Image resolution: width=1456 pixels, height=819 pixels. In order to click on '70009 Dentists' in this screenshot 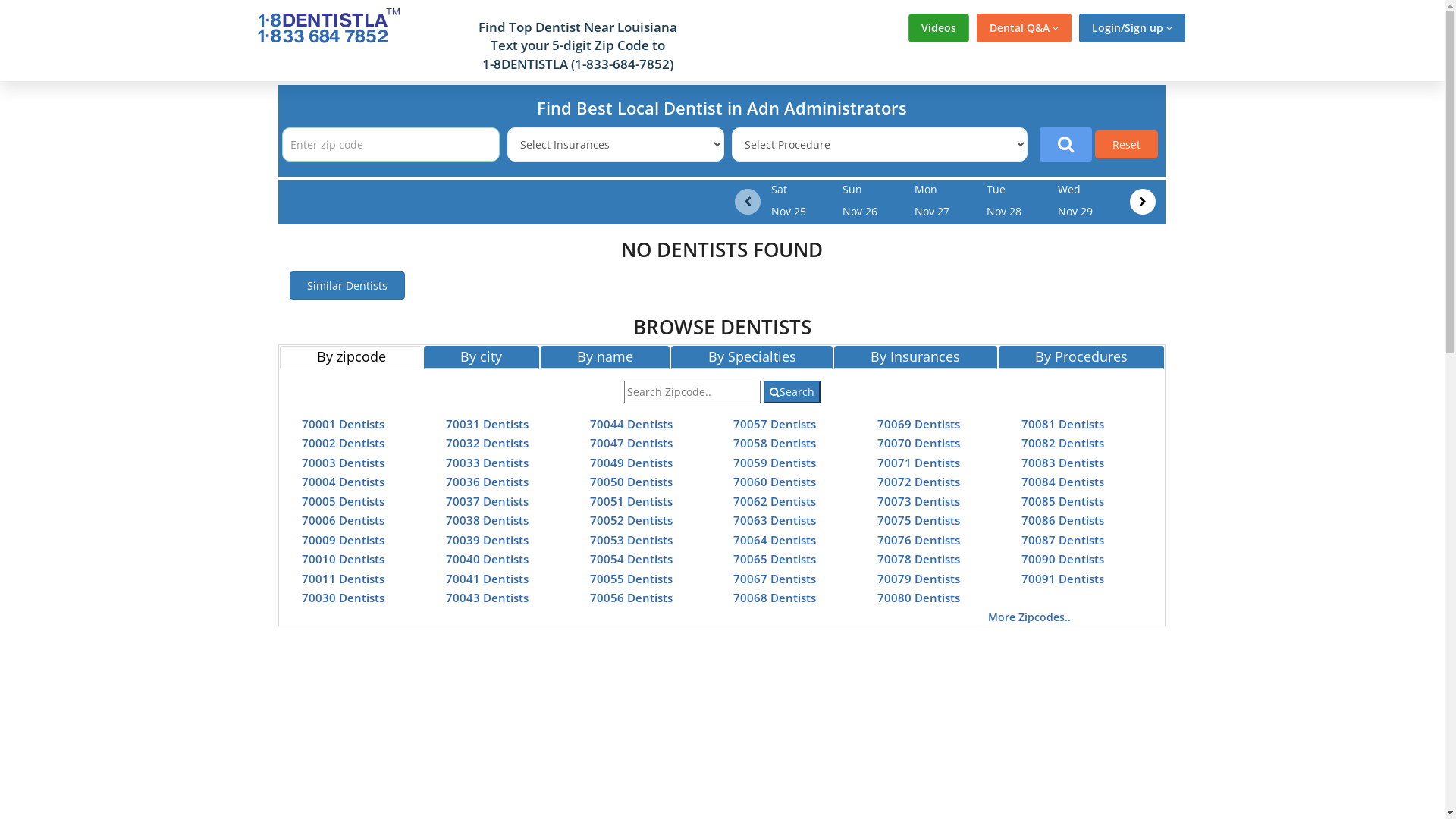, I will do `click(342, 539)`.